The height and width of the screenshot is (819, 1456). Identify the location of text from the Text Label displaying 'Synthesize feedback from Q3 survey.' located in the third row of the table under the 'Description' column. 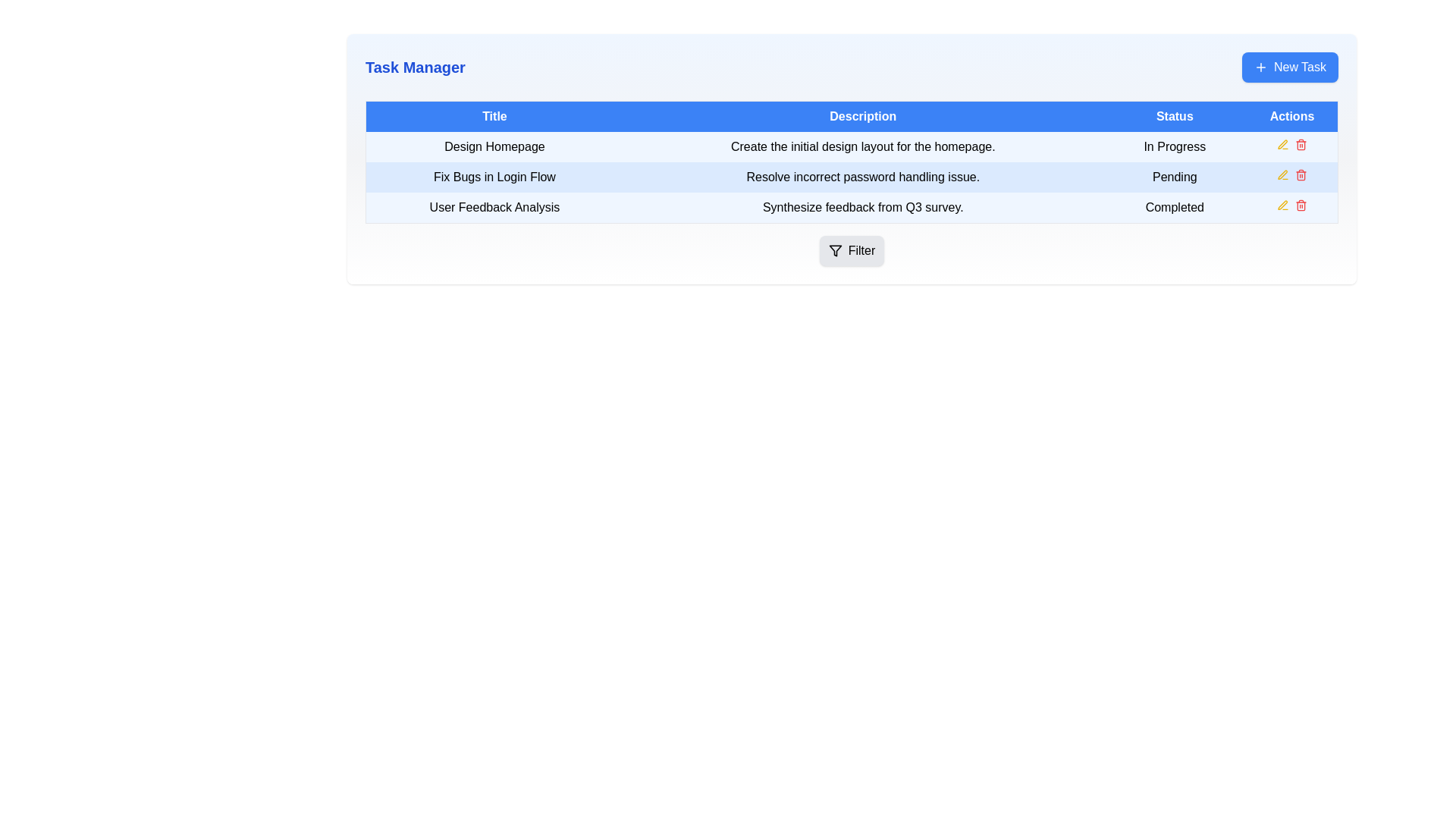
(863, 208).